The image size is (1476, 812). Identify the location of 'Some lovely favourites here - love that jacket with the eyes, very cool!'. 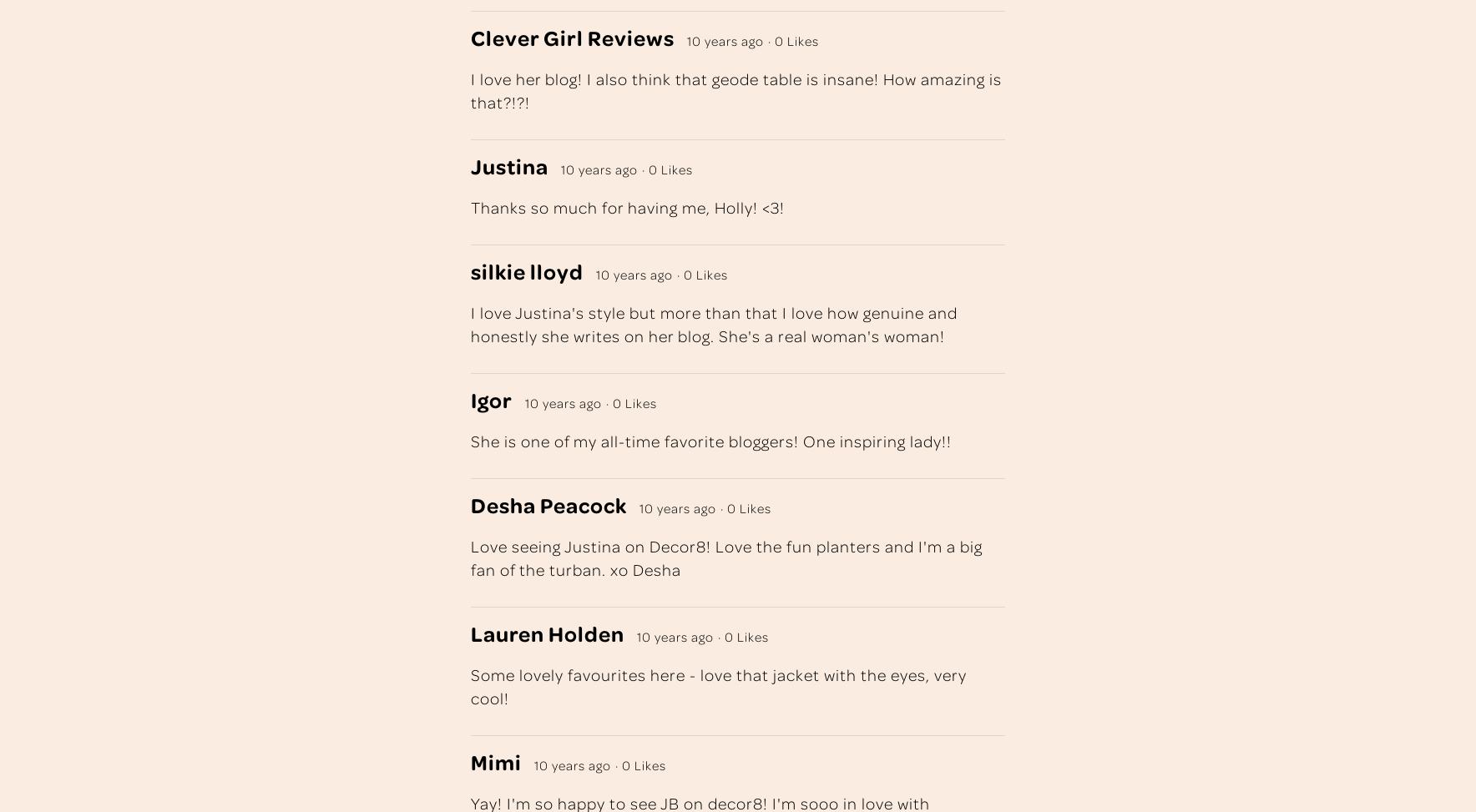
(719, 684).